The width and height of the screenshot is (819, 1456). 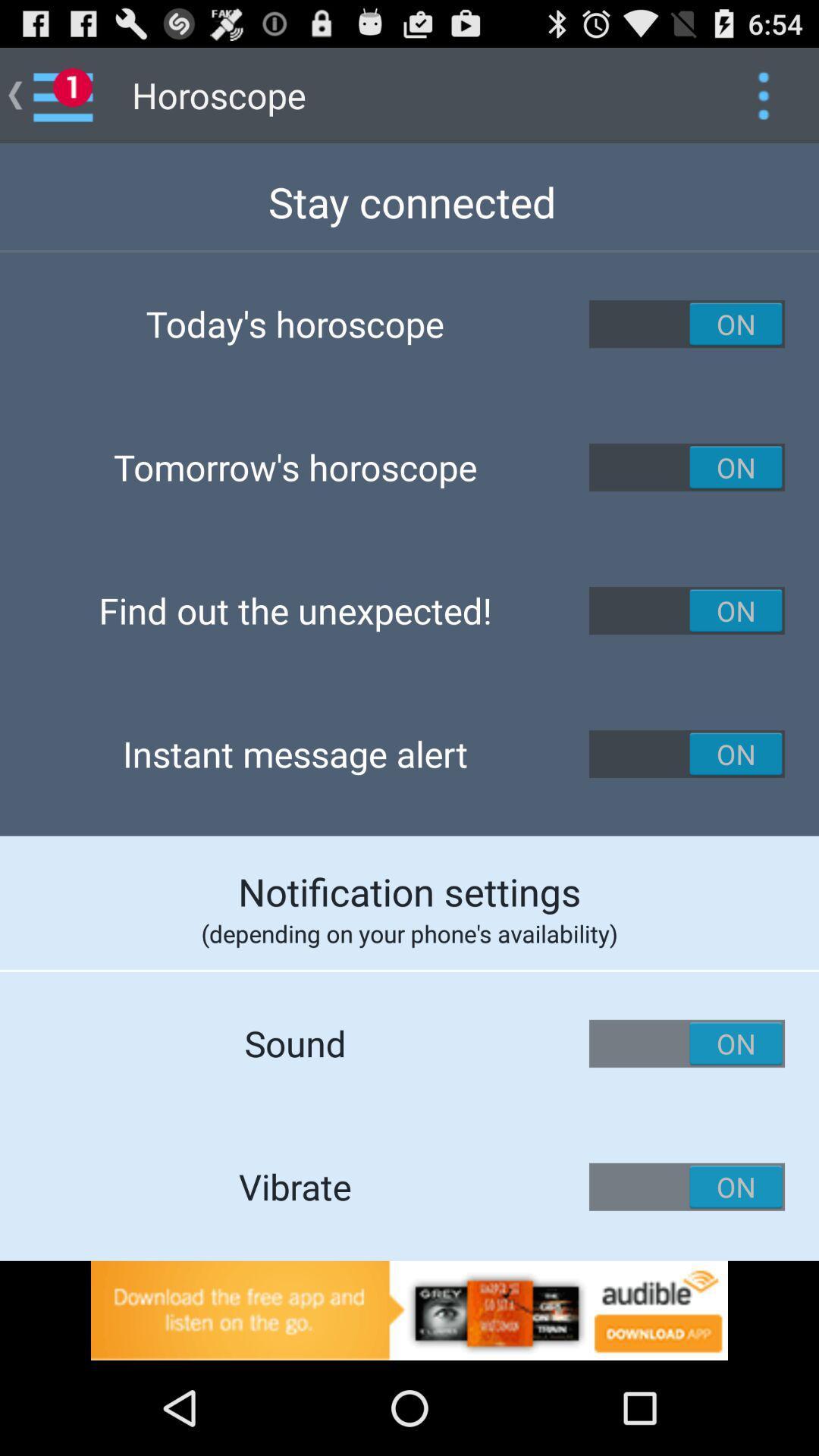 I want to click on turn on/off instant message alert, so click(x=687, y=754).